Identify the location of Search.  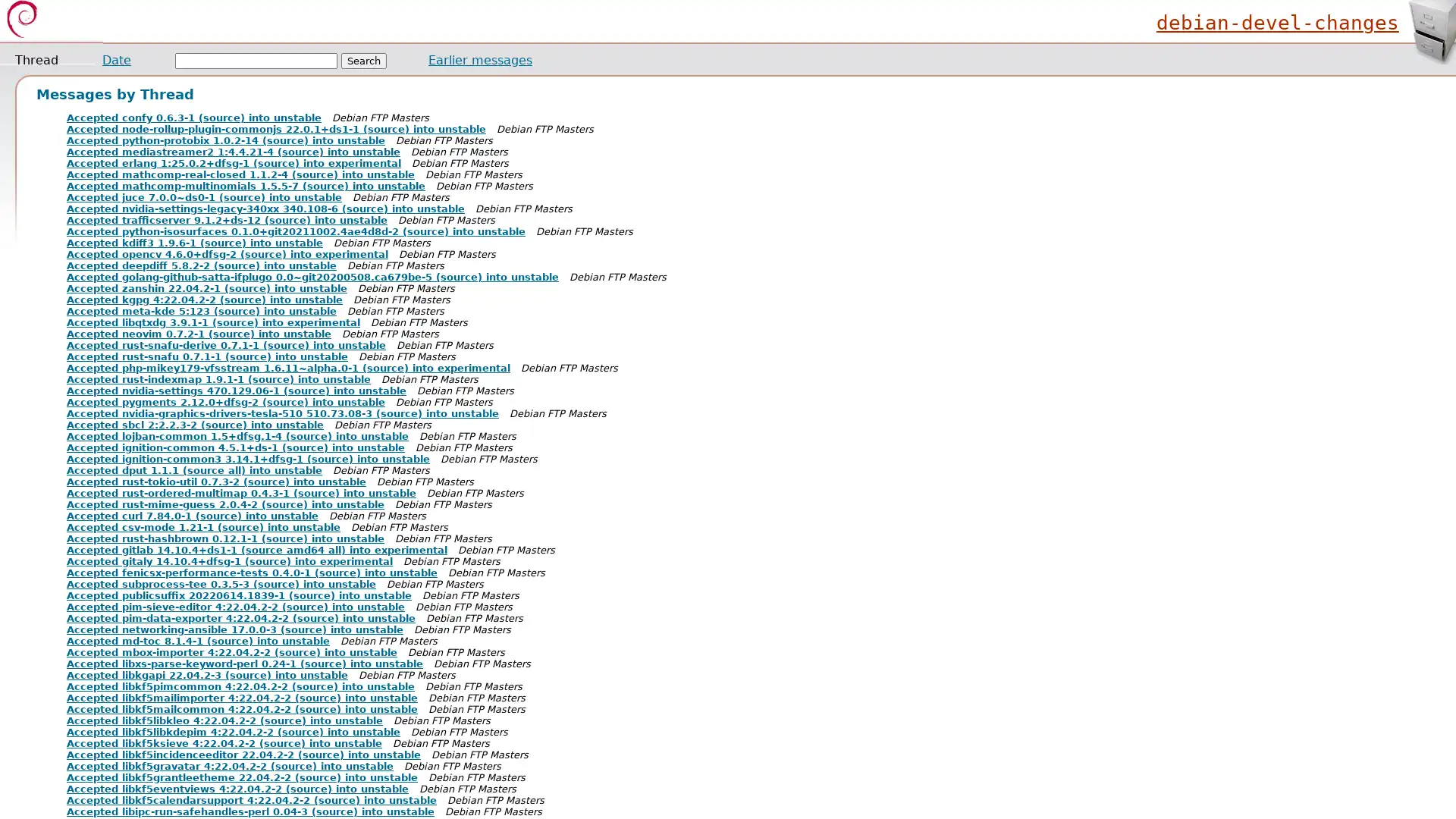
(364, 60).